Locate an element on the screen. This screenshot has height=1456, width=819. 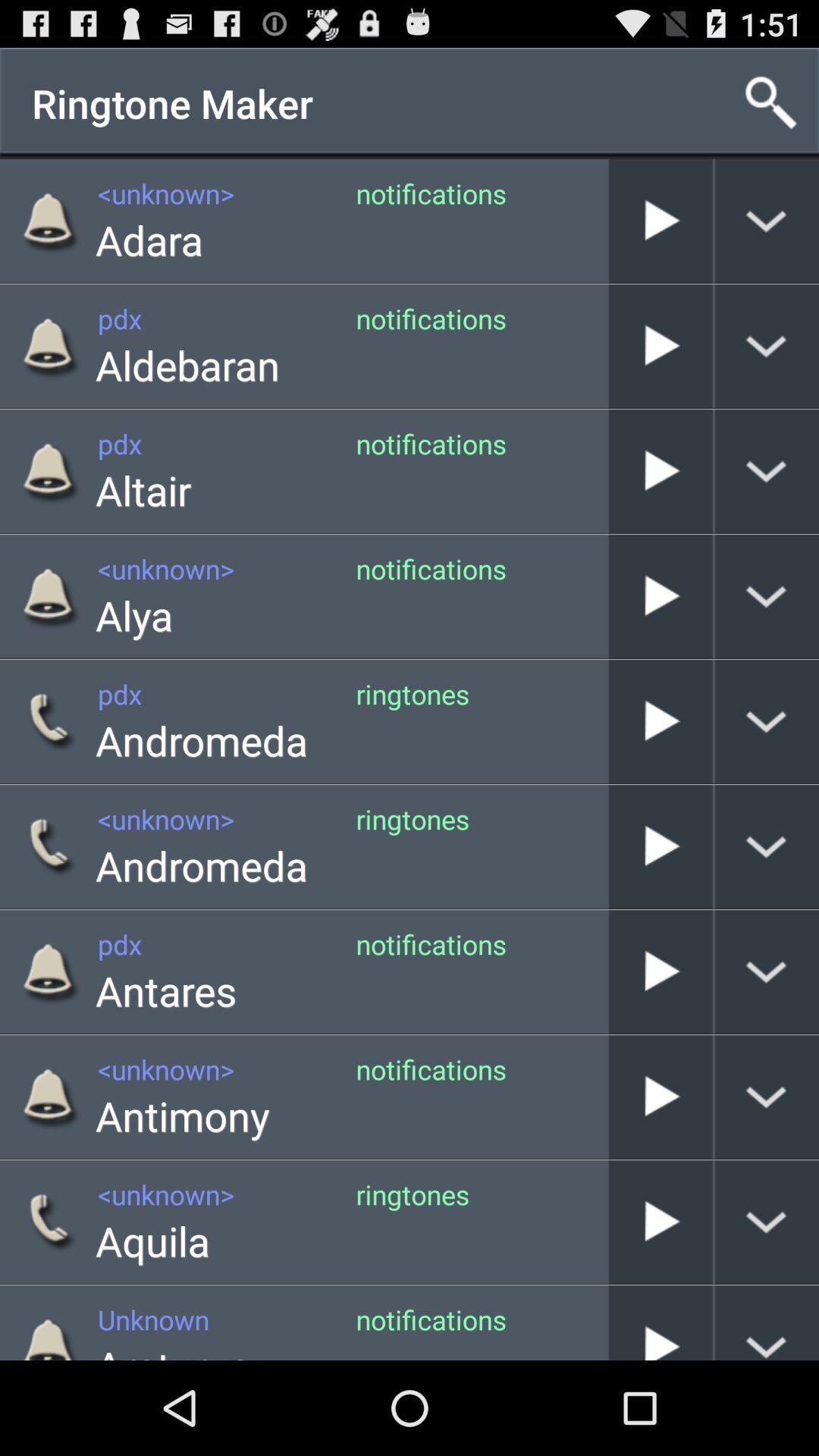
play is located at coordinates (660, 846).